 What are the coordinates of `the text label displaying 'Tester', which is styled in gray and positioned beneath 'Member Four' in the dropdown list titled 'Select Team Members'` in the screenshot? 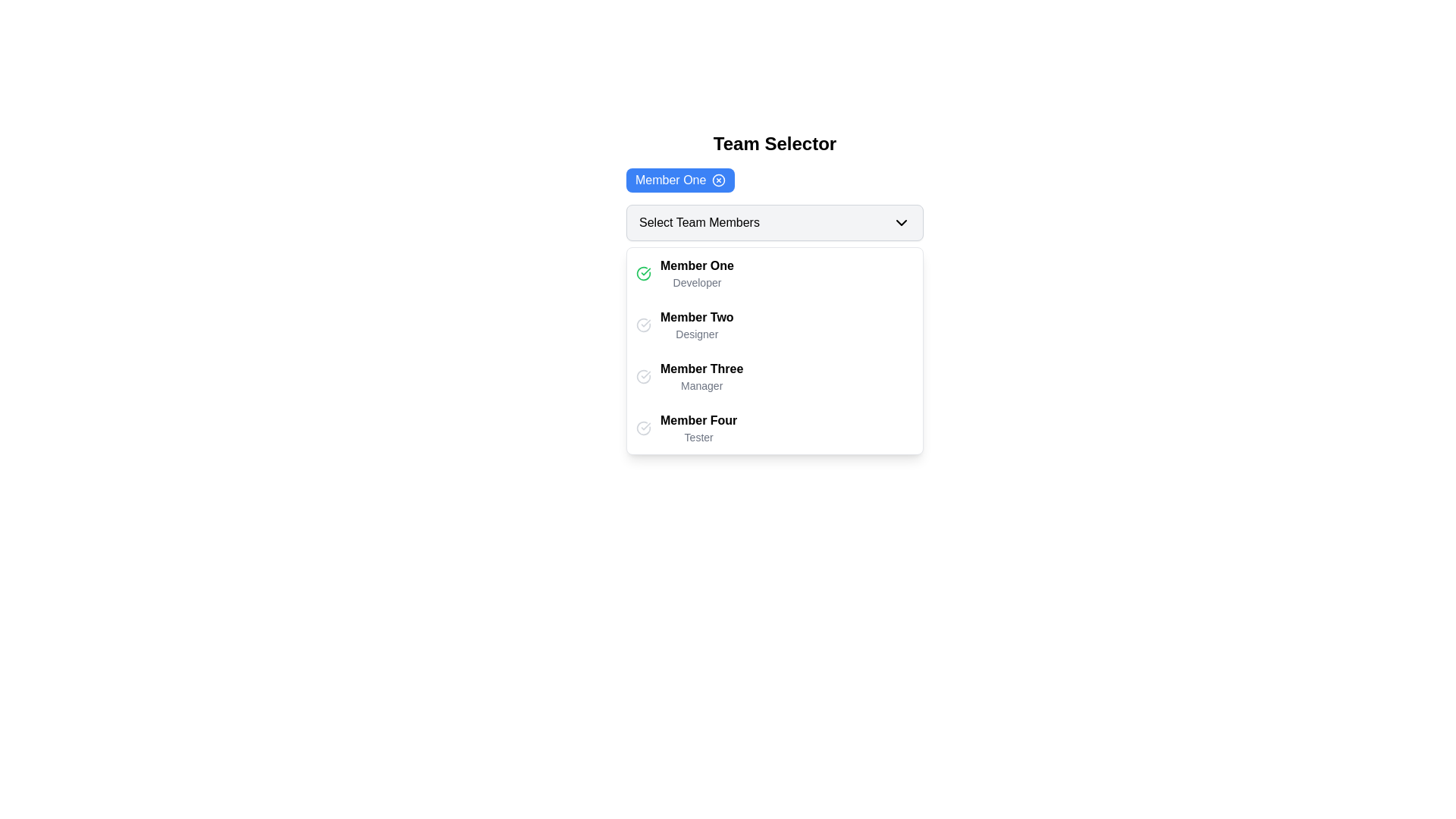 It's located at (698, 438).